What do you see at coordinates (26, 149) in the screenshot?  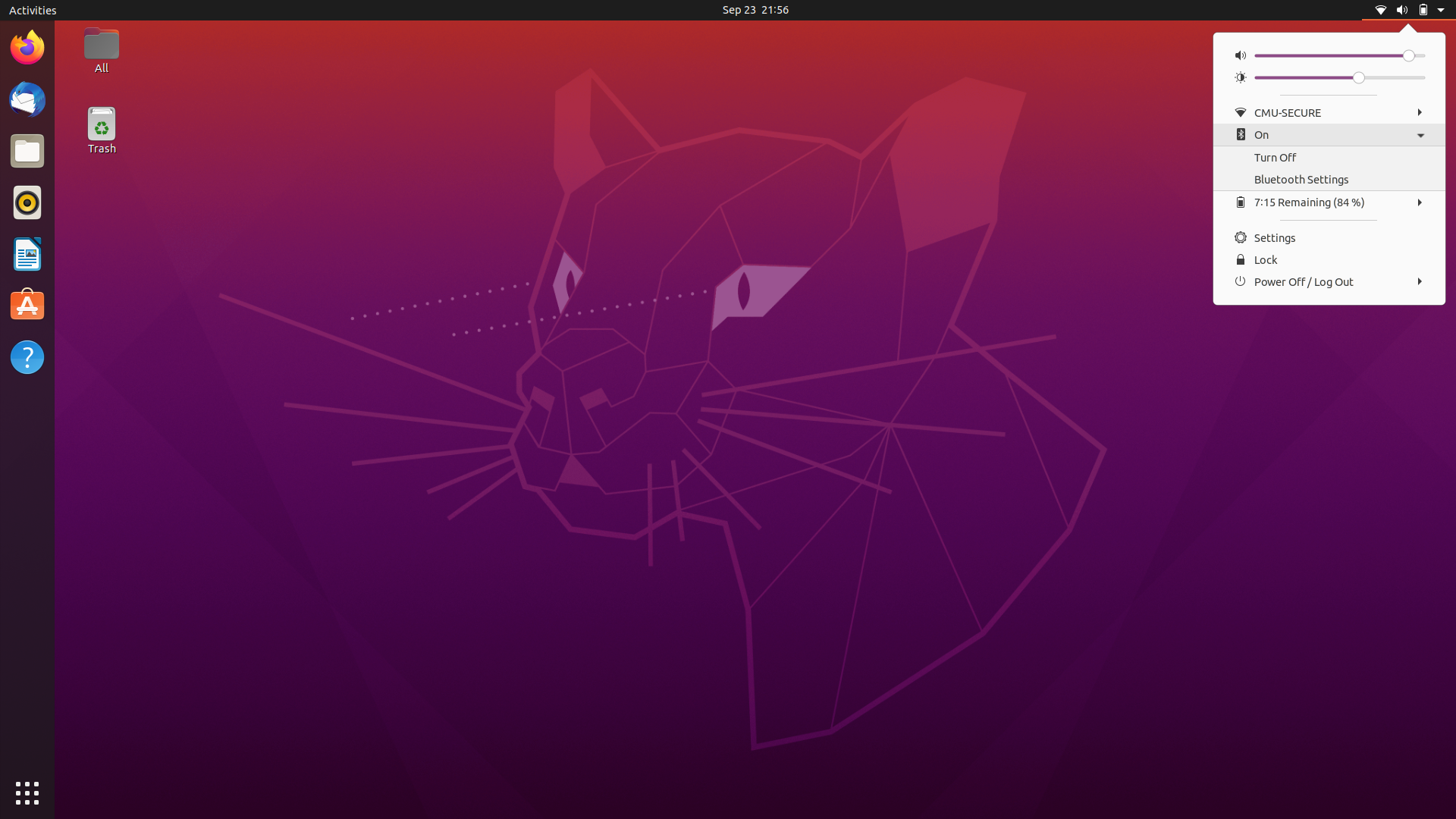 I see `the "Files" Section` at bounding box center [26, 149].